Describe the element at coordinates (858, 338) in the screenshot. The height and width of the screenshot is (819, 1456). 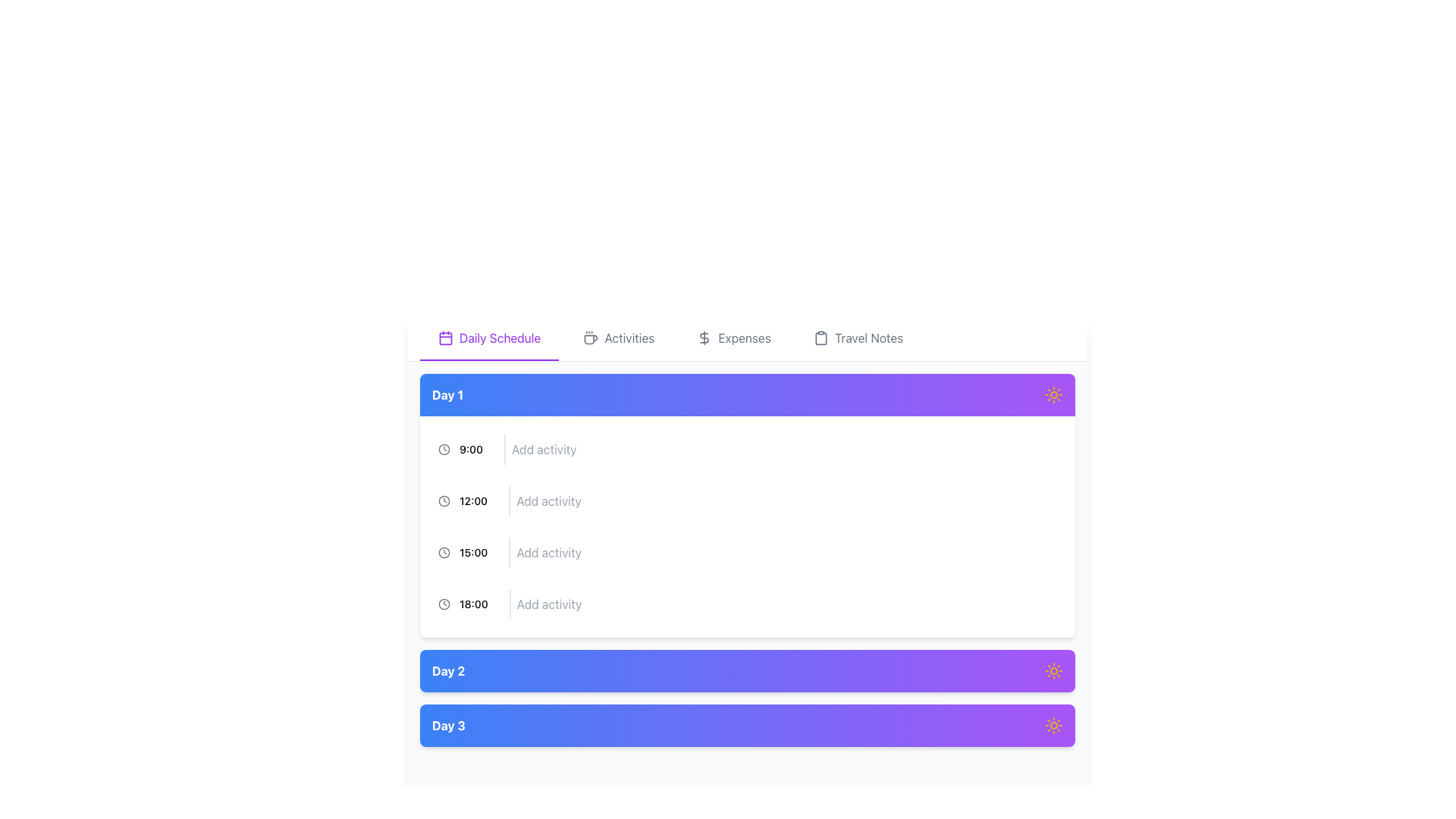
I see `the fourth navigation link in the list to transition to the 'Travel Notes' section` at that location.